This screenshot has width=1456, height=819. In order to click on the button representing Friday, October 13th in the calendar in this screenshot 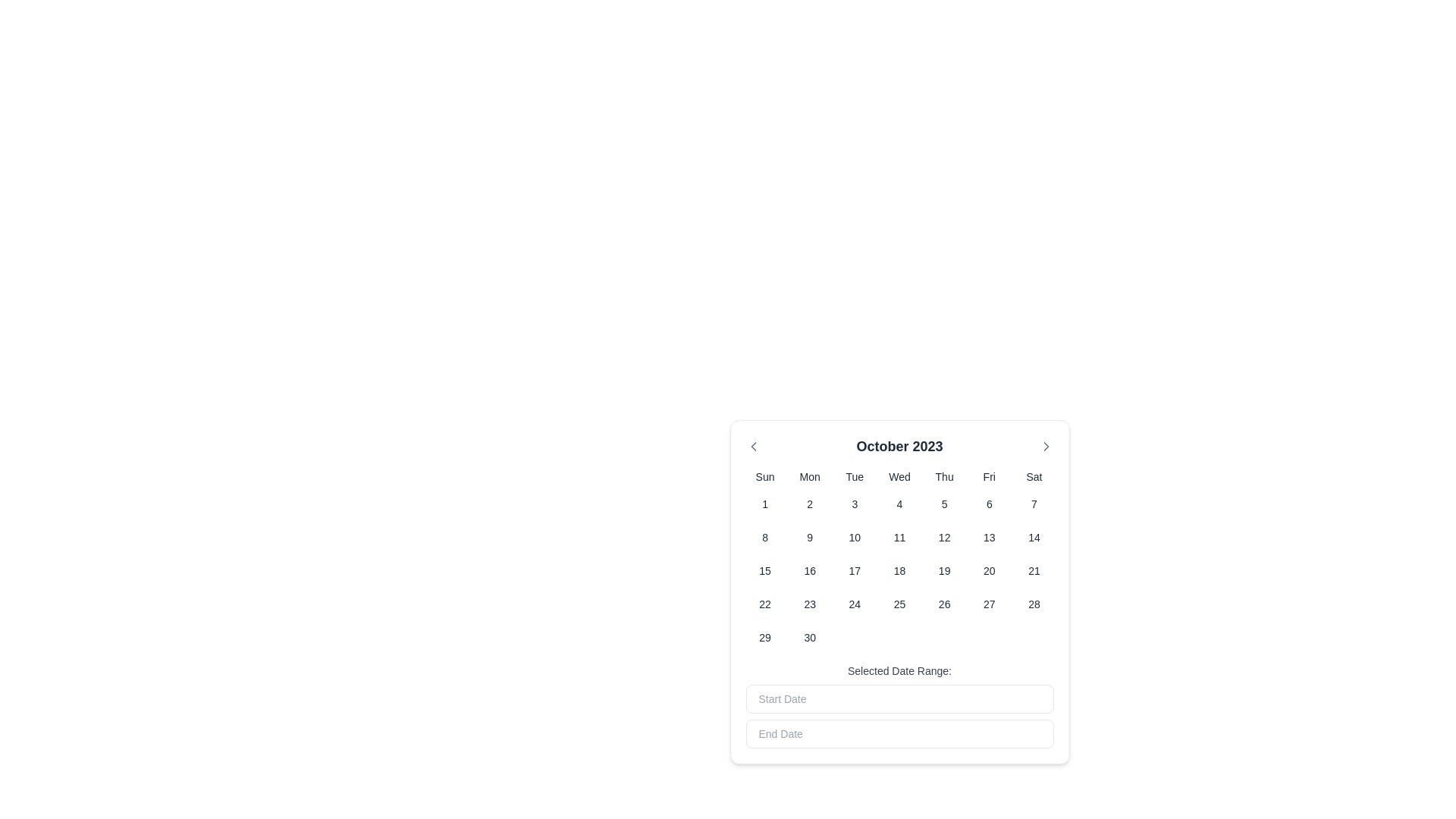, I will do `click(989, 537)`.